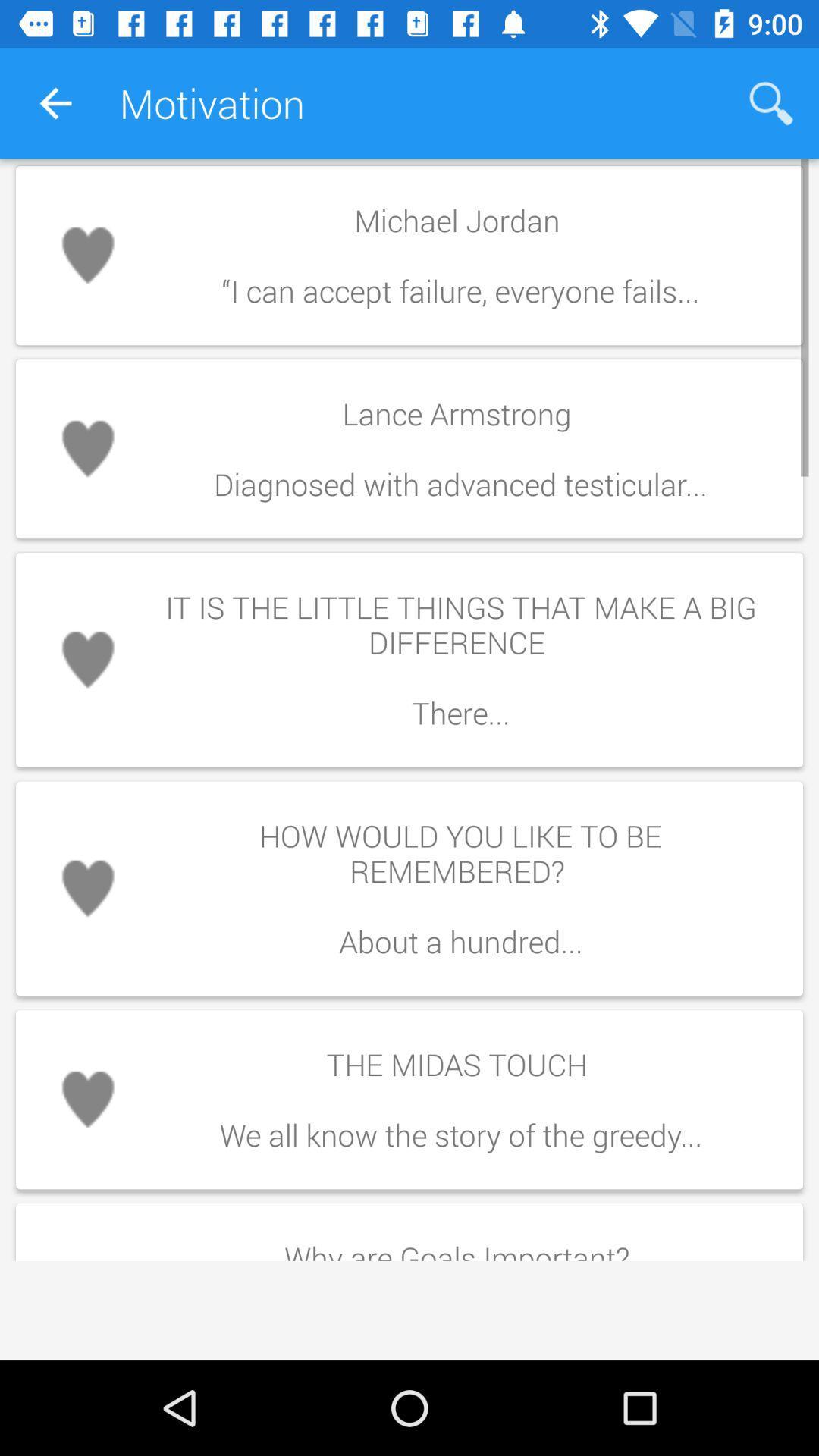 The image size is (819, 1456). What do you see at coordinates (771, 102) in the screenshot?
I see `icon to the right of the motivation` at bounding box center [771, 102].